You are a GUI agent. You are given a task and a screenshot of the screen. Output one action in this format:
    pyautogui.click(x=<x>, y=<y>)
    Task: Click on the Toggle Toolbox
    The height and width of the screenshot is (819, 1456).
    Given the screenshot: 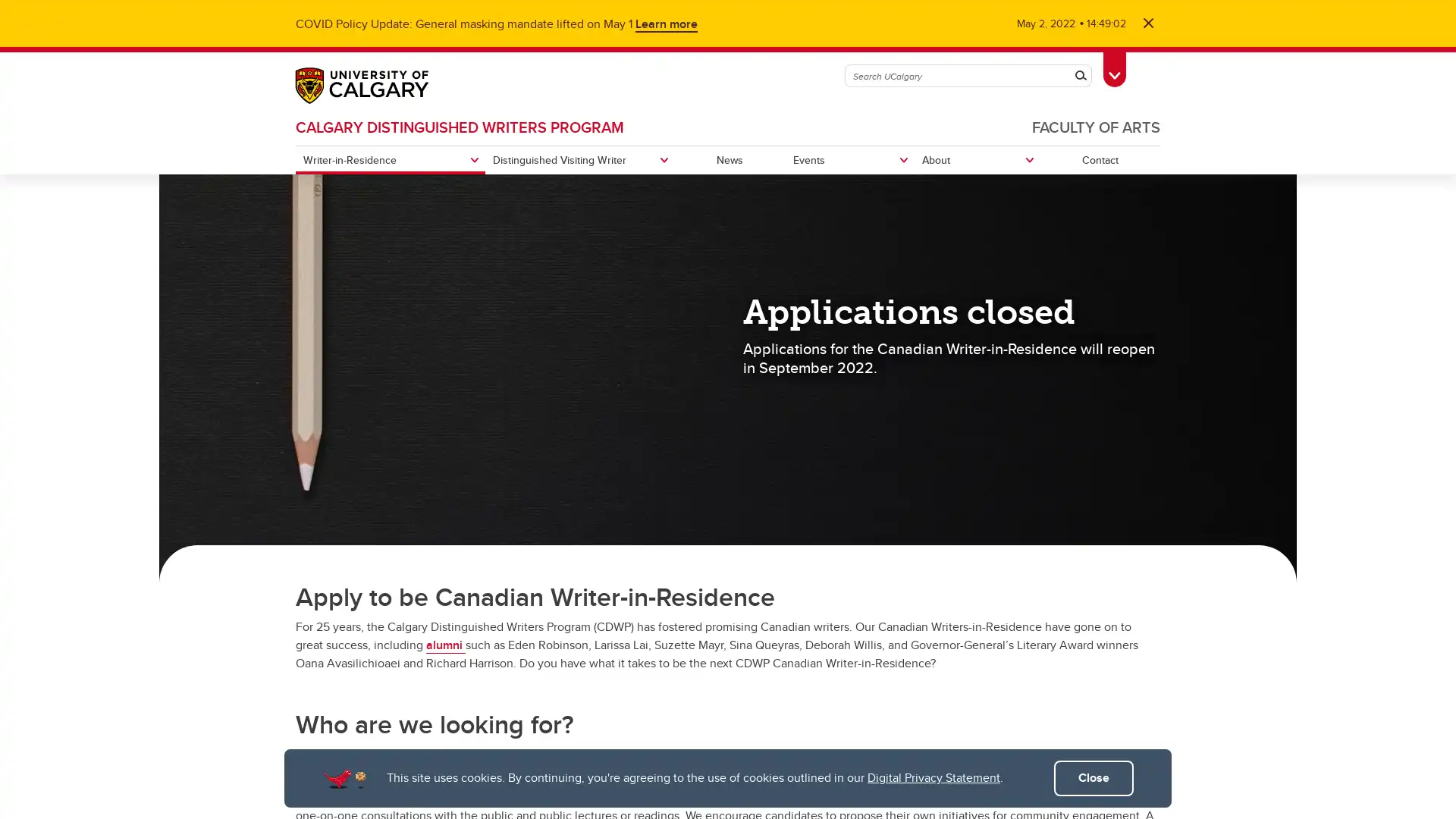 What is the action you would take?
    pyautogui.click(x=1114, y=66)
    